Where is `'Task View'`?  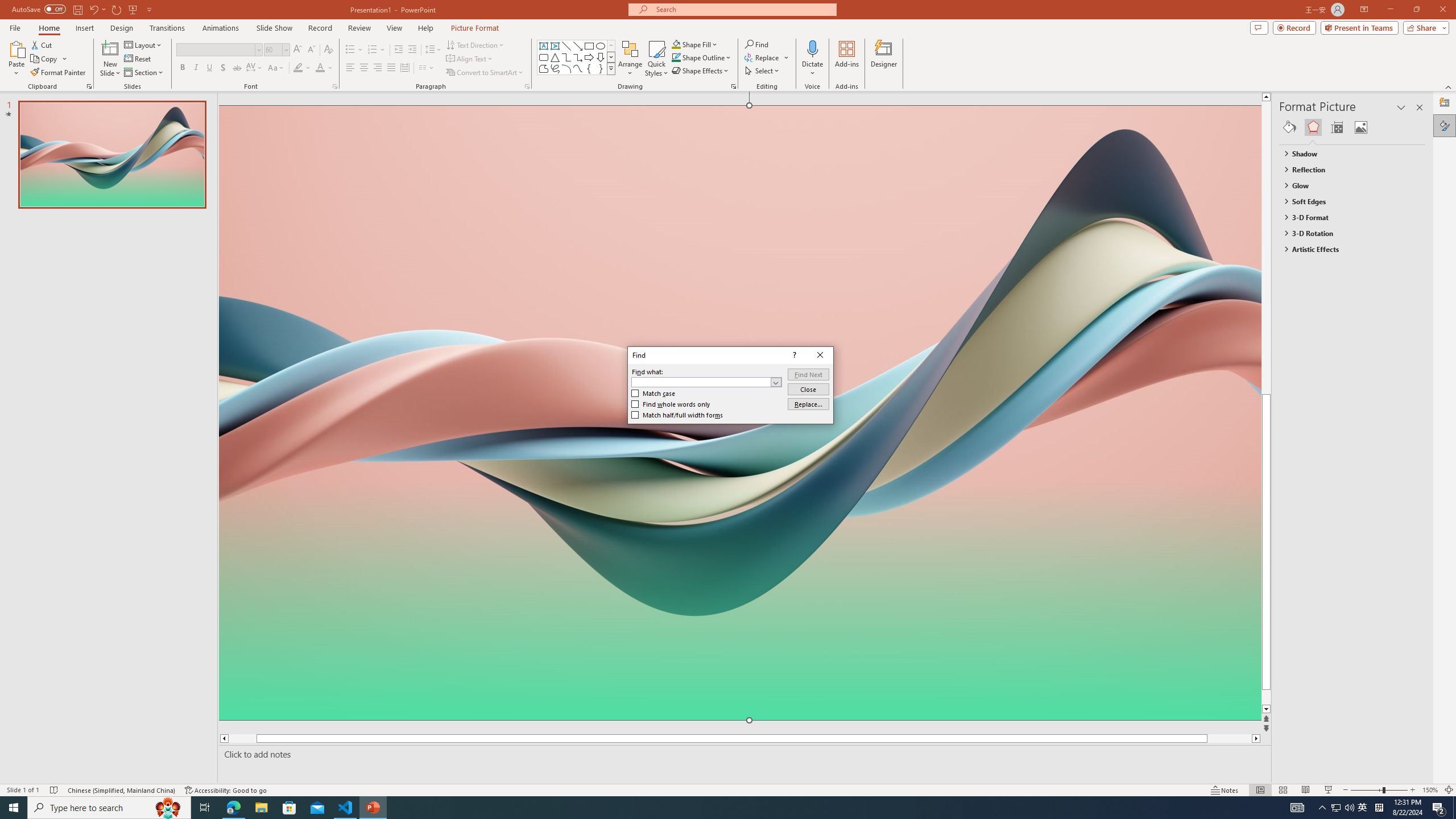 'Task View' is located at coordinates (204, 806).